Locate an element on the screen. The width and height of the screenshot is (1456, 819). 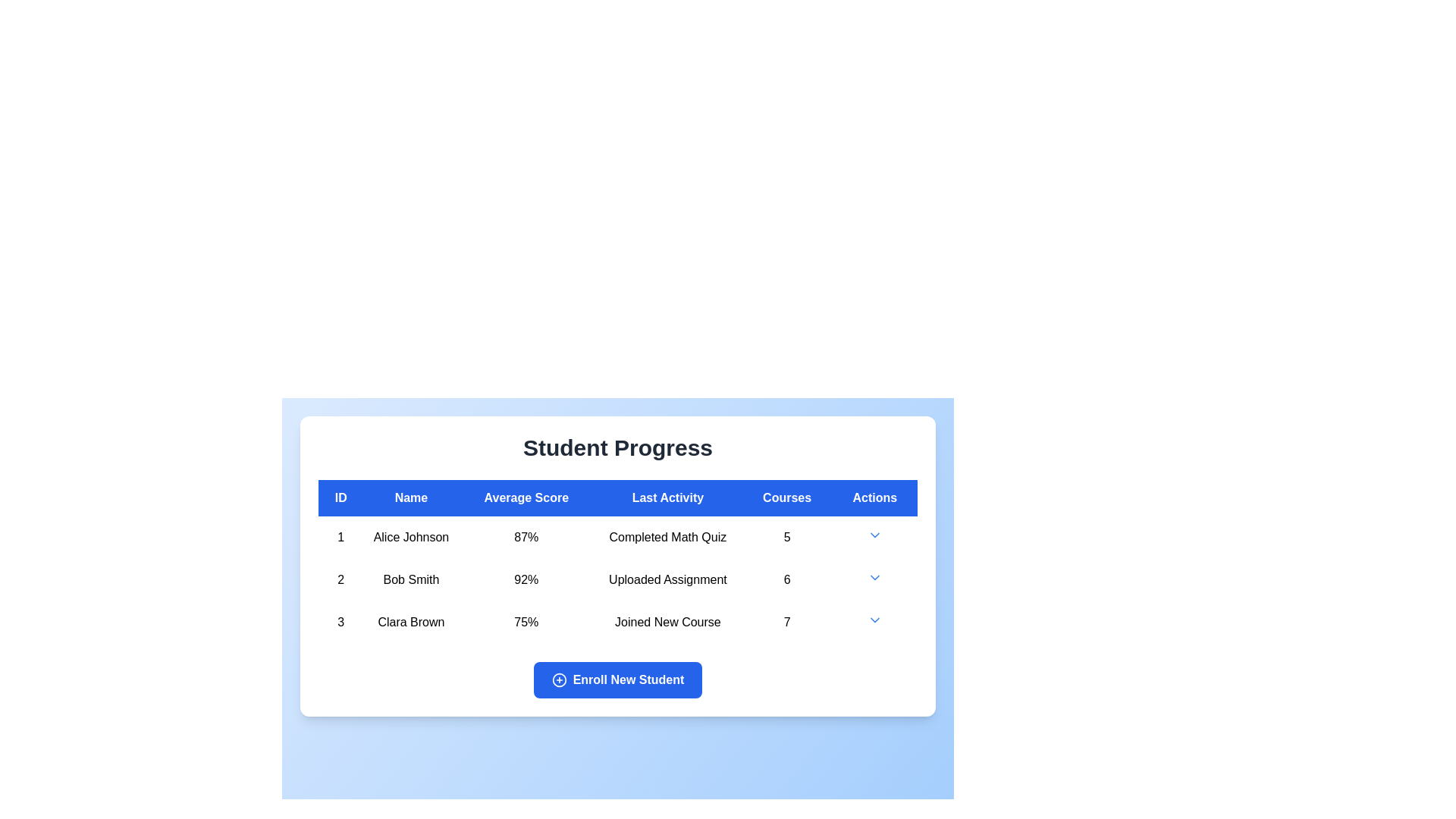
the text label displaying '92%' which is located in the 'Average Score' column for 'Bob Smith' in the table is located at coordinates (526, 579).